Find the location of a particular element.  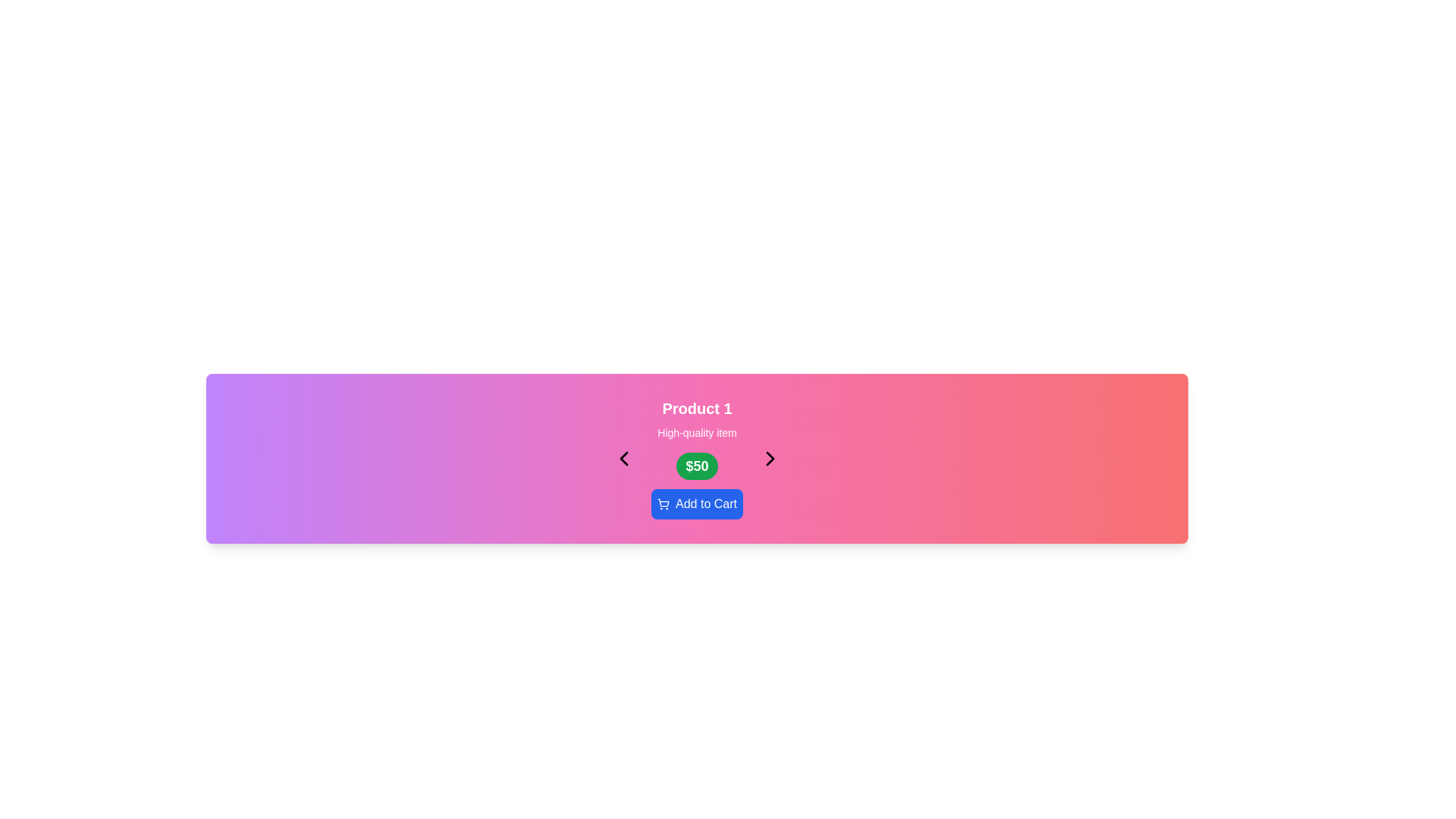

the shopping cart icon located inside the blue 'Add to Cart' button, positioned to the far left with the text 'Add to Cart' on its right is located at coordinates (663, 504).